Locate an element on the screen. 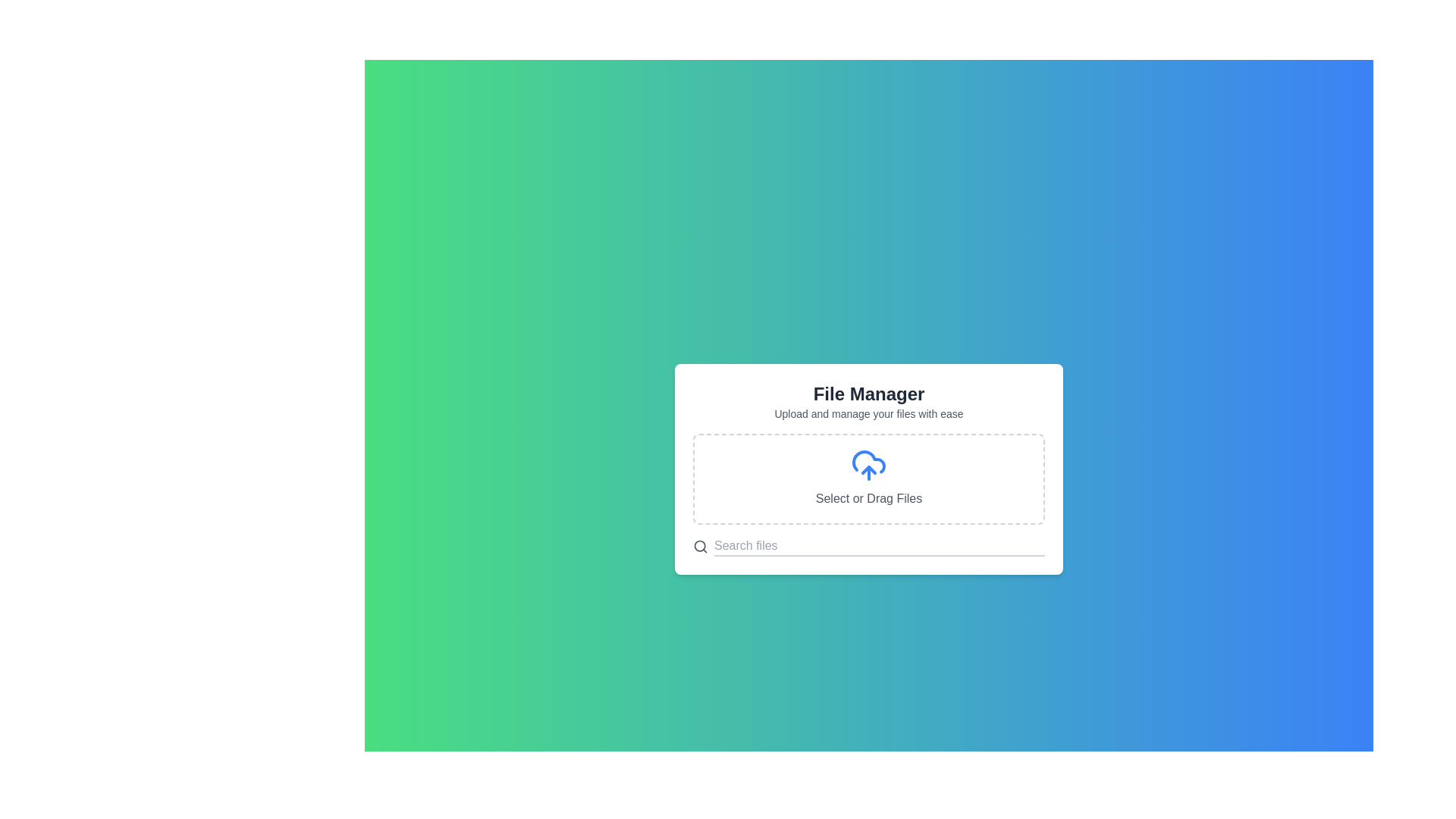 Image resolution: width=1456 pixels, height=819 pixels. files onto the File upload dropzone located centrally under the heading 'File Manager' is located at coordinates (869, 476).